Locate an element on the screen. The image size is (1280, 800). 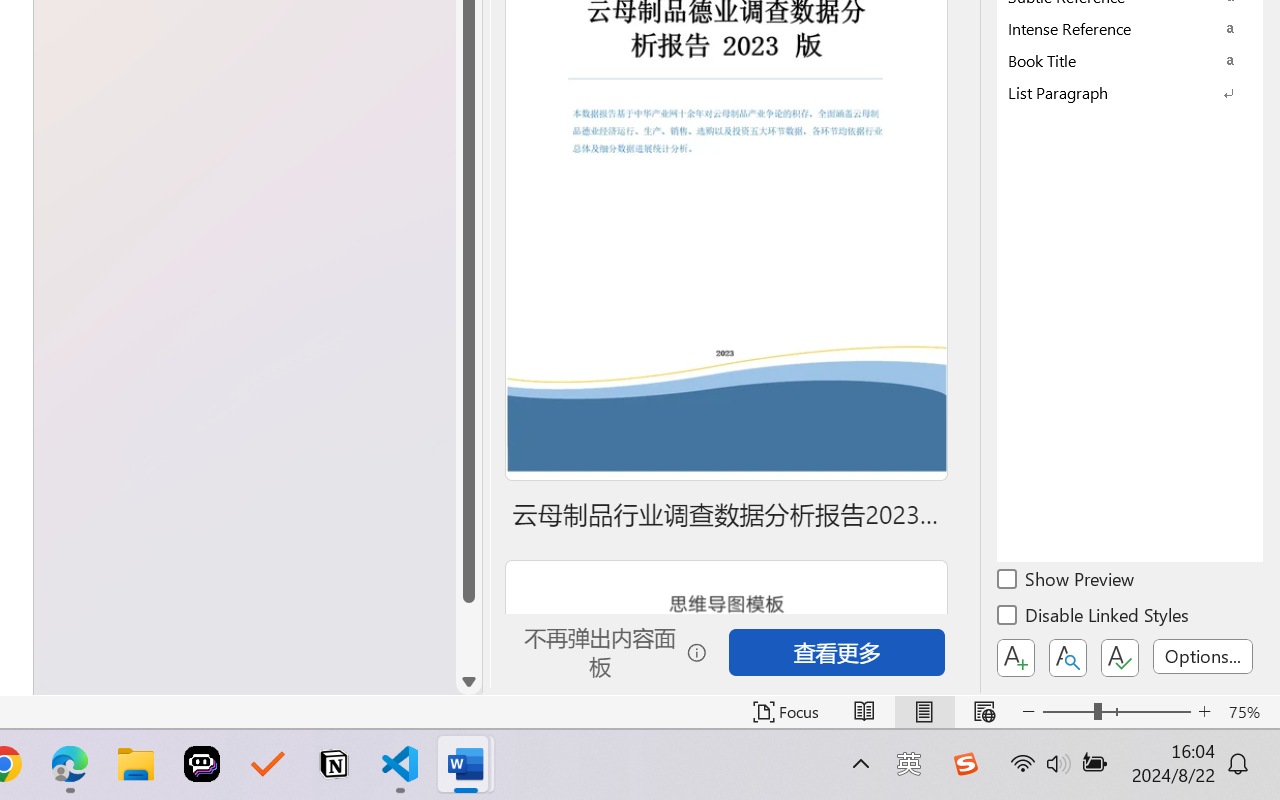
'Options...' is located at coordinates (1202, 655).